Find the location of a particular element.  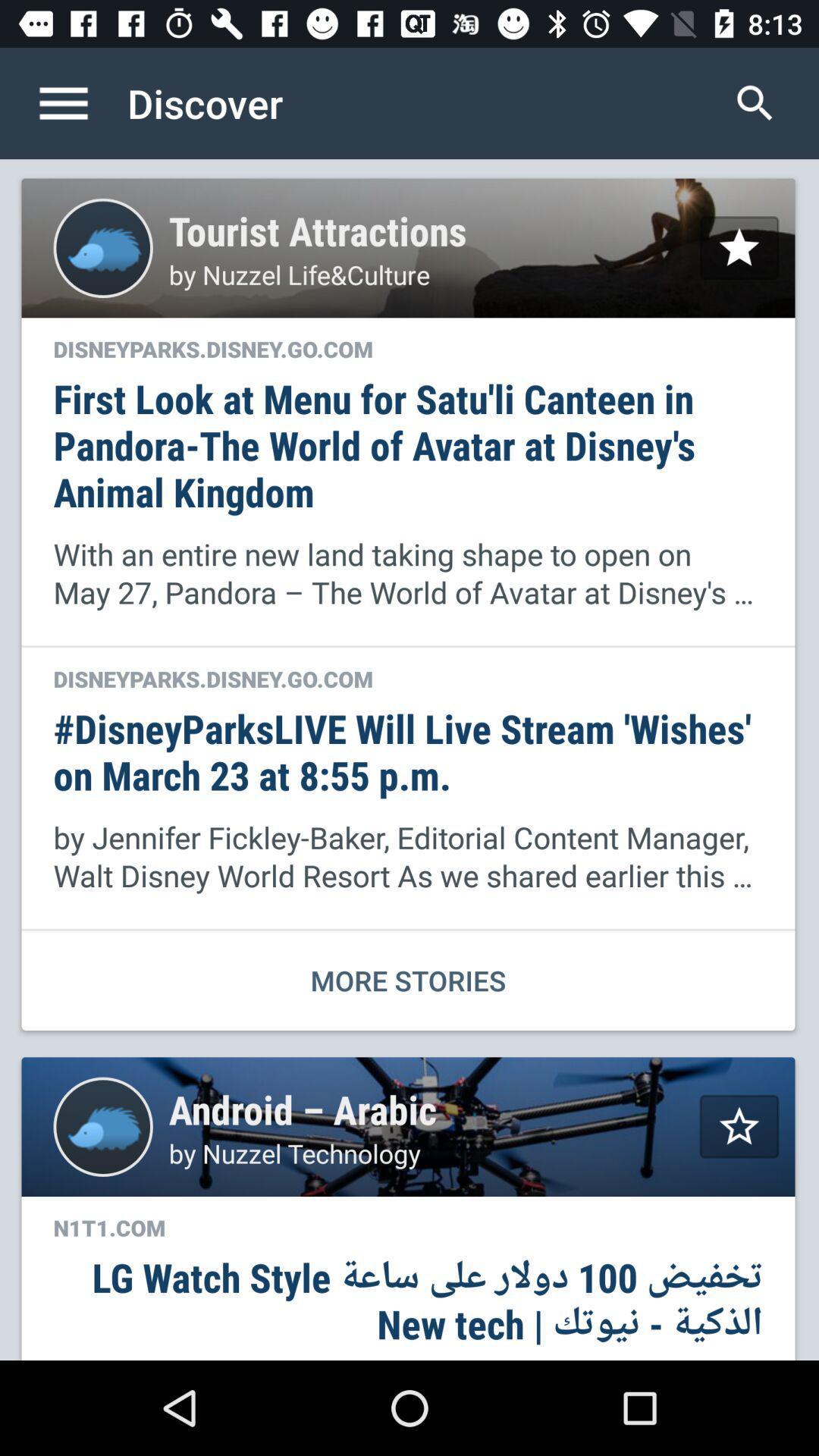

article is located at coordinates (739, 1126).